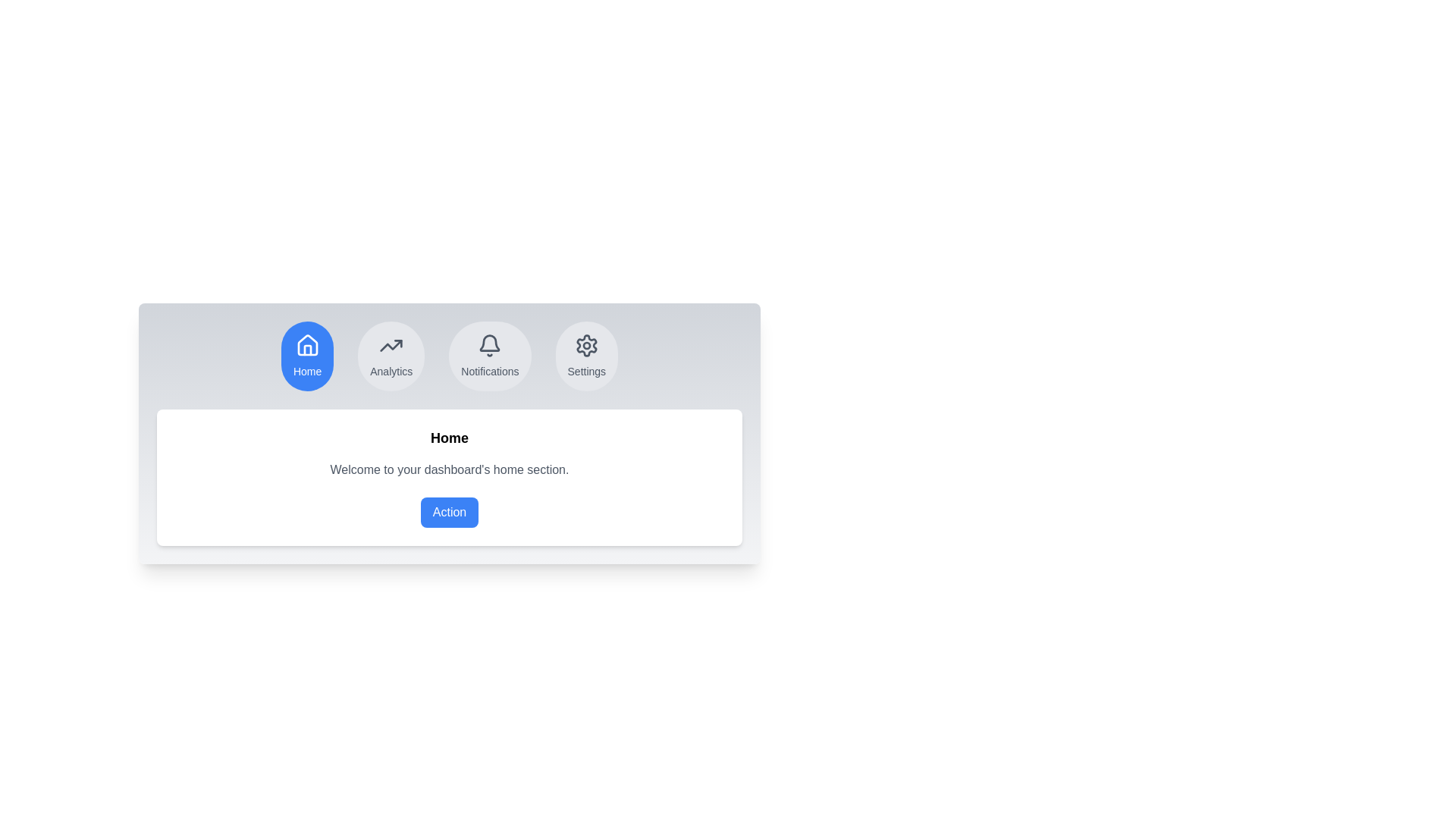 The height and width of the screenshot is (819, 1456). What do you see at coordinates (585, 356) in the screenshot?
I see `the Settings tab by clicking its button` at bounding box center [585, 356].